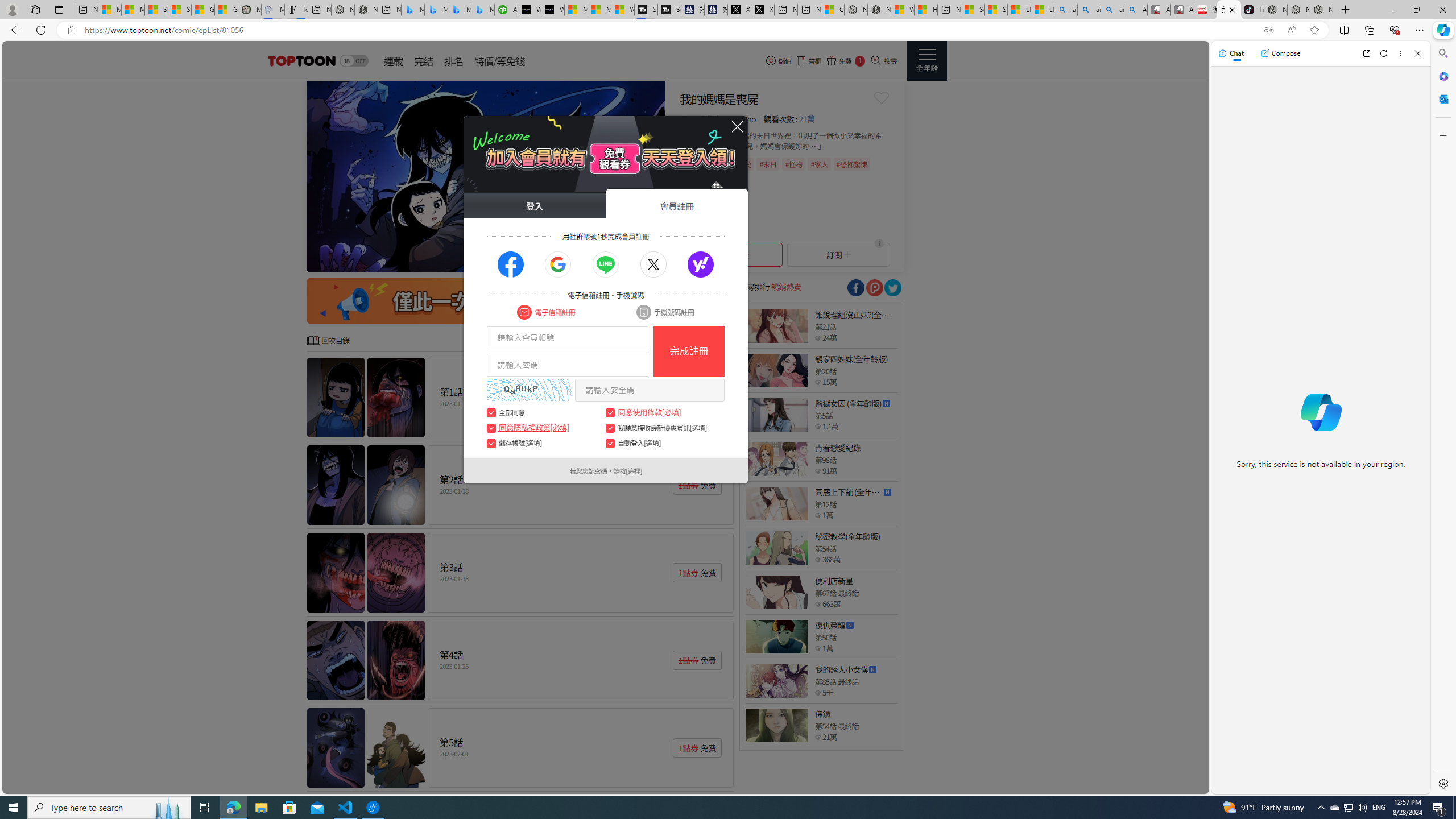  What do you see at coordinates (818, 737) in the screenshot?
I see `'Class: epicon_starpoint'` at bounding box center [818, 737].